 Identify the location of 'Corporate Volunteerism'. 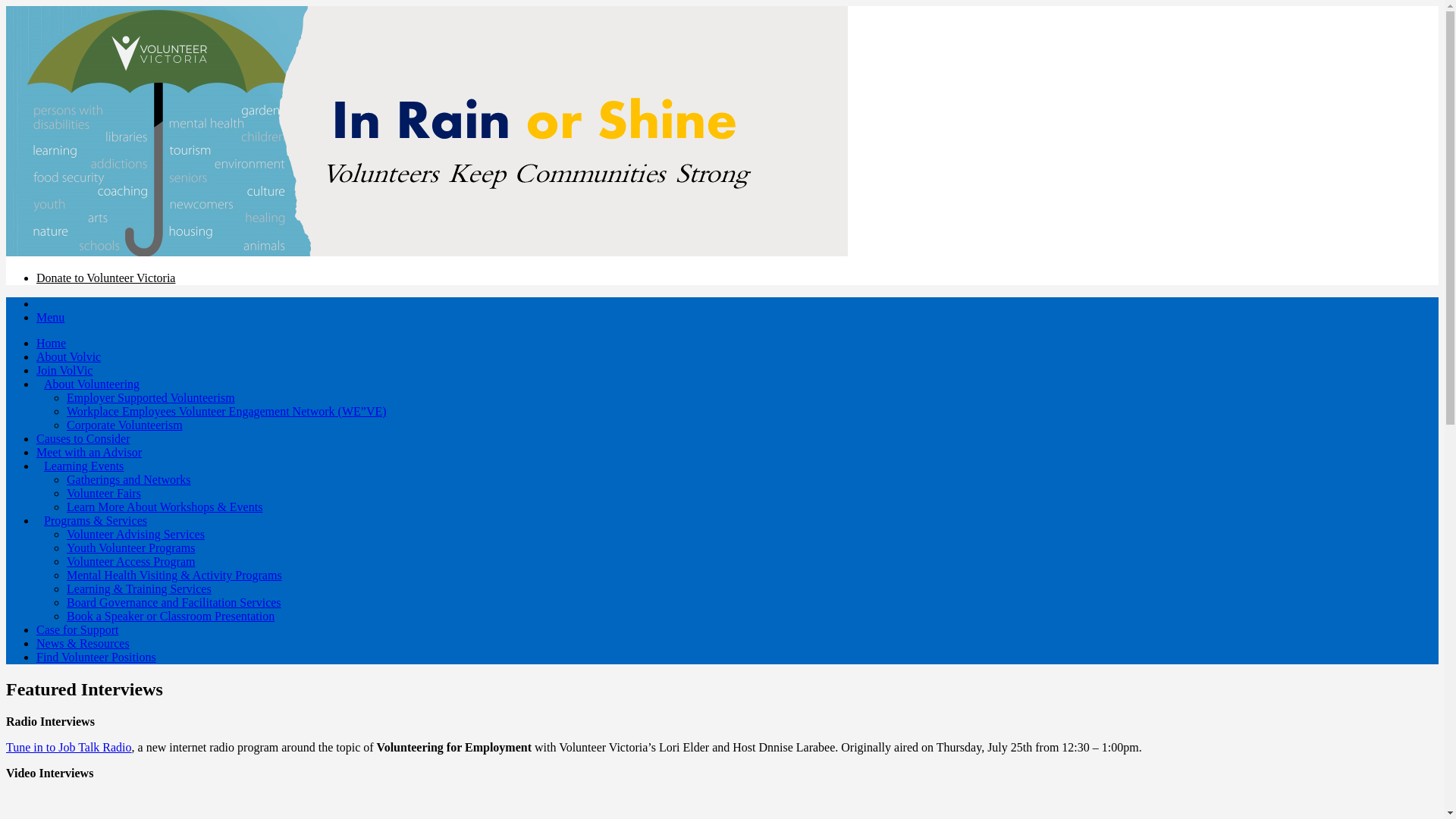
(65, 425).